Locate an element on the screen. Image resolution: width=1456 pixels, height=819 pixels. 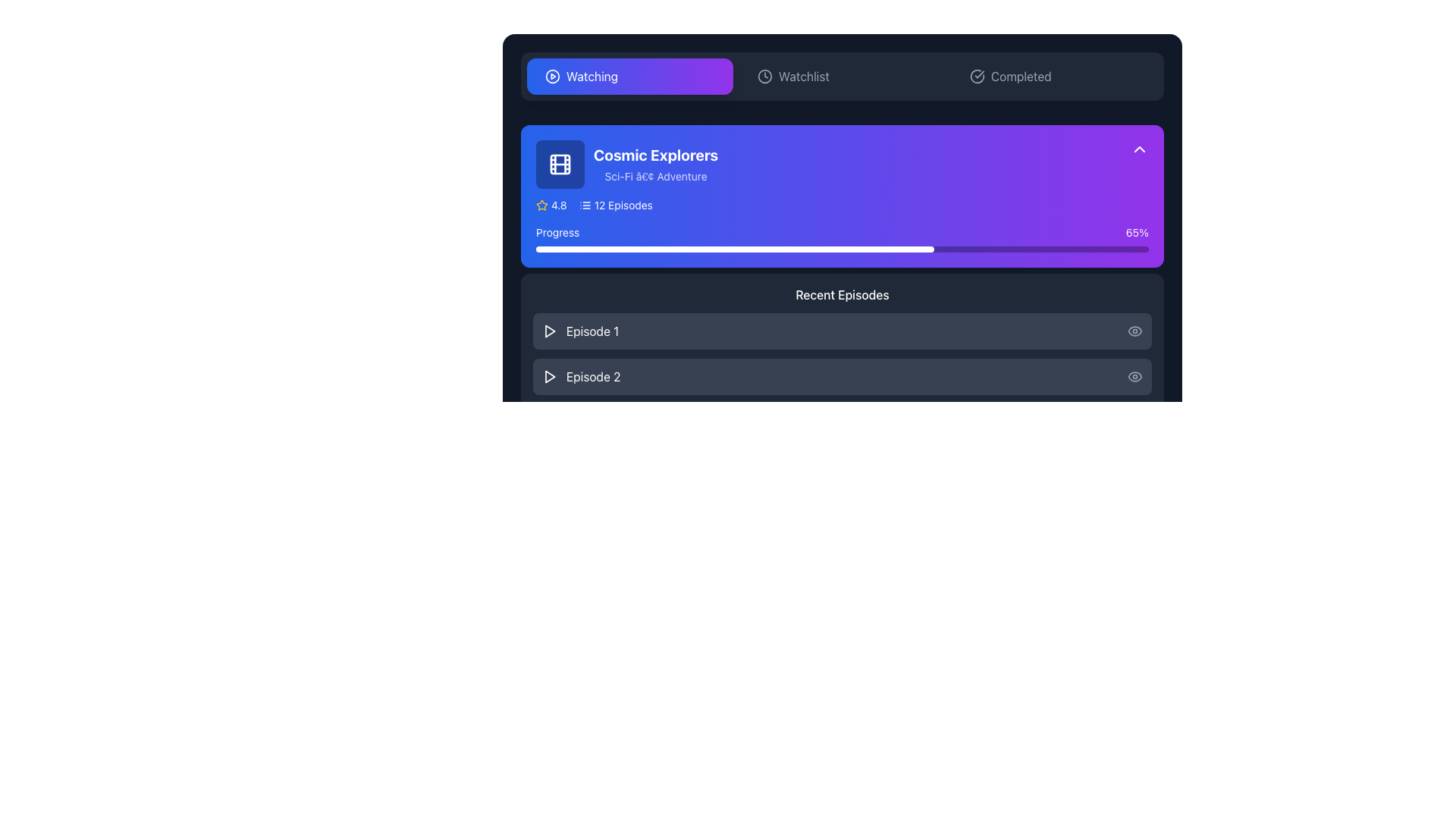
the 'play' button icon located to the immediate left of the text 'Episode 1' in the 'Recent Episodes' section is located at coordinates (549, 330).